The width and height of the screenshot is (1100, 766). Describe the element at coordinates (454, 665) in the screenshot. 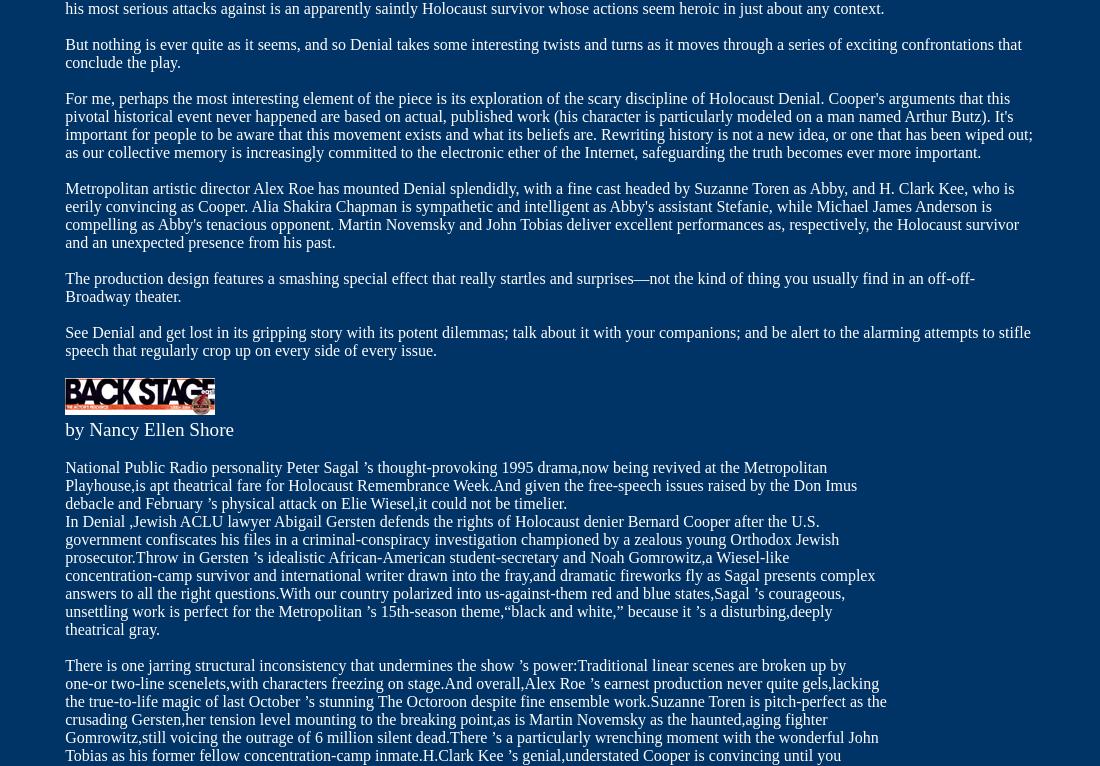

I see `'There
is
one
jarring
structural
inconsistency that undermines the show ’s
power:Traditional linear scenes are broken up by'` at that location.